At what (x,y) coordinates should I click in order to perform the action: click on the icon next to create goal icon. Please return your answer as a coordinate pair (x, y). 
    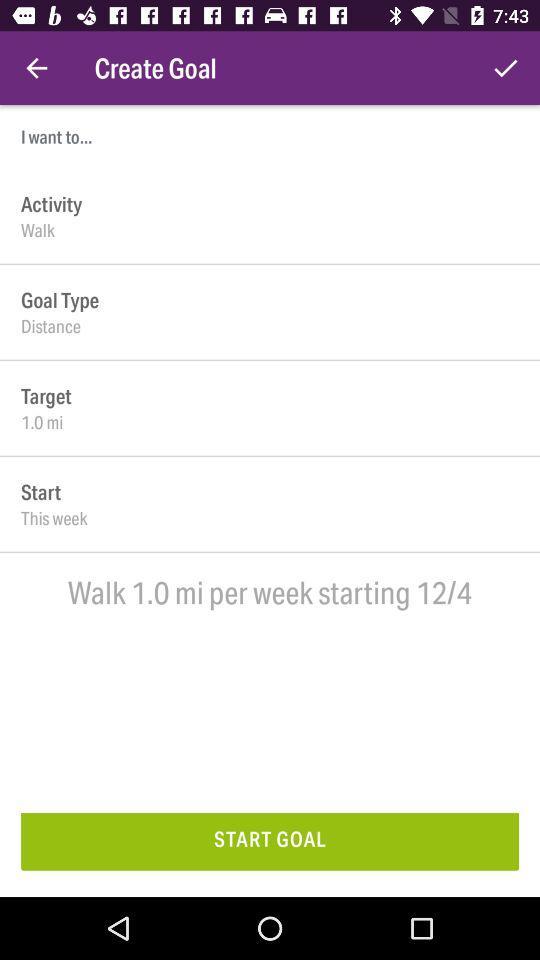
    Looking at the image, I should click on (36, 68).